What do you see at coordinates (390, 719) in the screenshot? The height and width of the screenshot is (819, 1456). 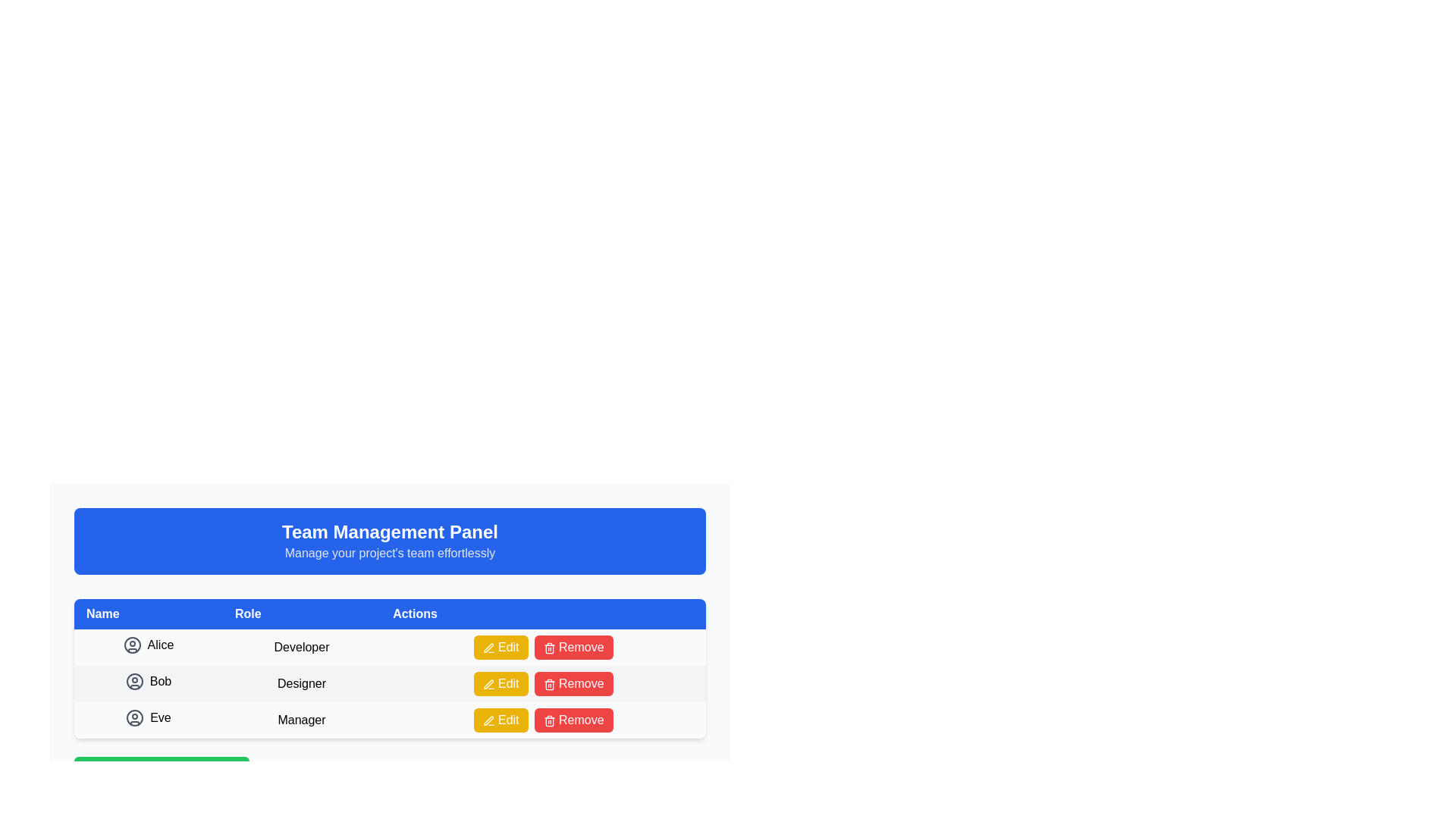 I see `the Edit button located in the third row of the team management panel, which presents a member's details, to modify the member's information` at bounding box center [390, 719].